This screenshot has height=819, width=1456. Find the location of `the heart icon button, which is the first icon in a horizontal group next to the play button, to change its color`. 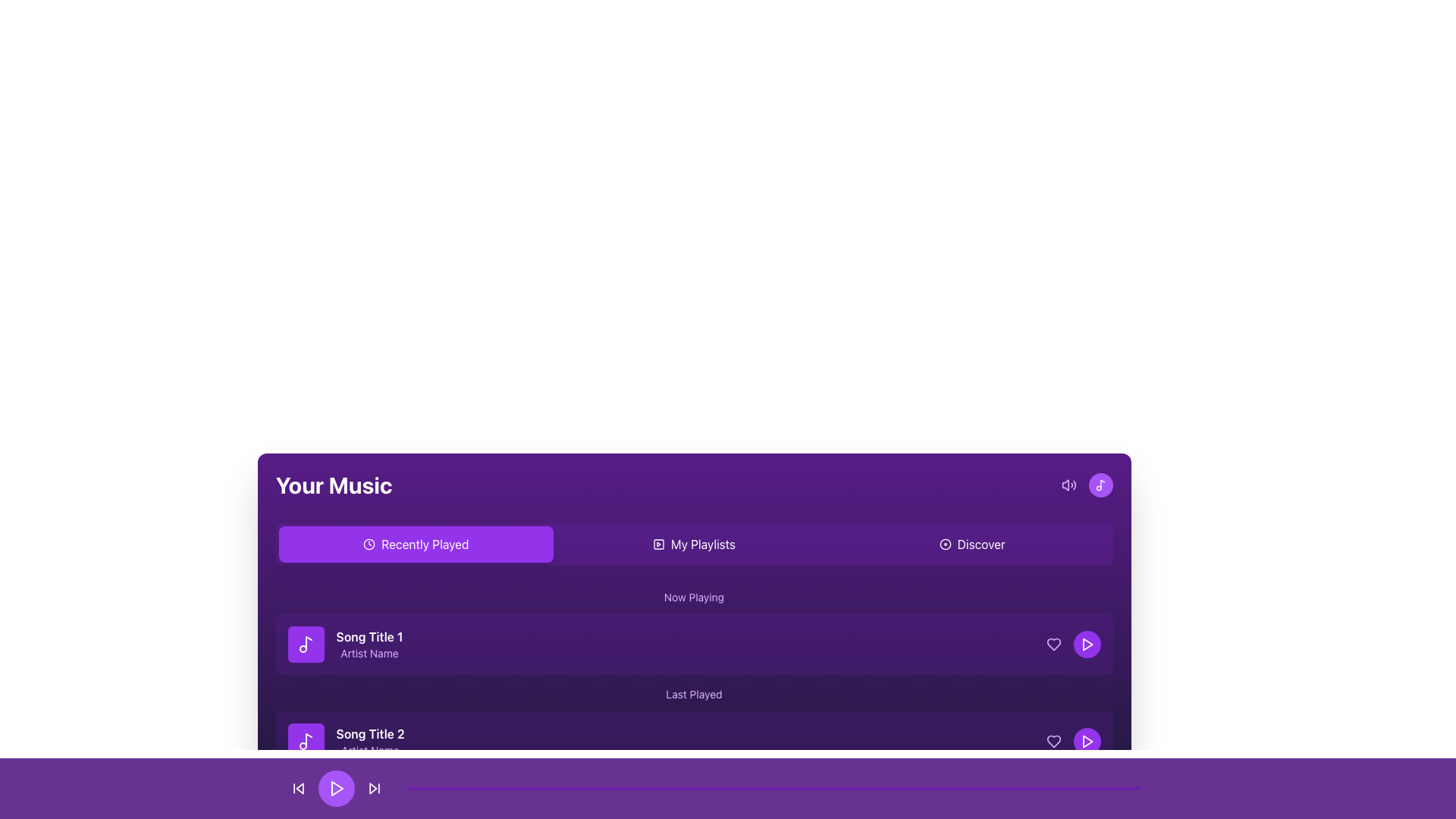

the heart icon button, which is the first icon in a horizontal group next to the play button, to change its color is located at coordinates (1053, 644).